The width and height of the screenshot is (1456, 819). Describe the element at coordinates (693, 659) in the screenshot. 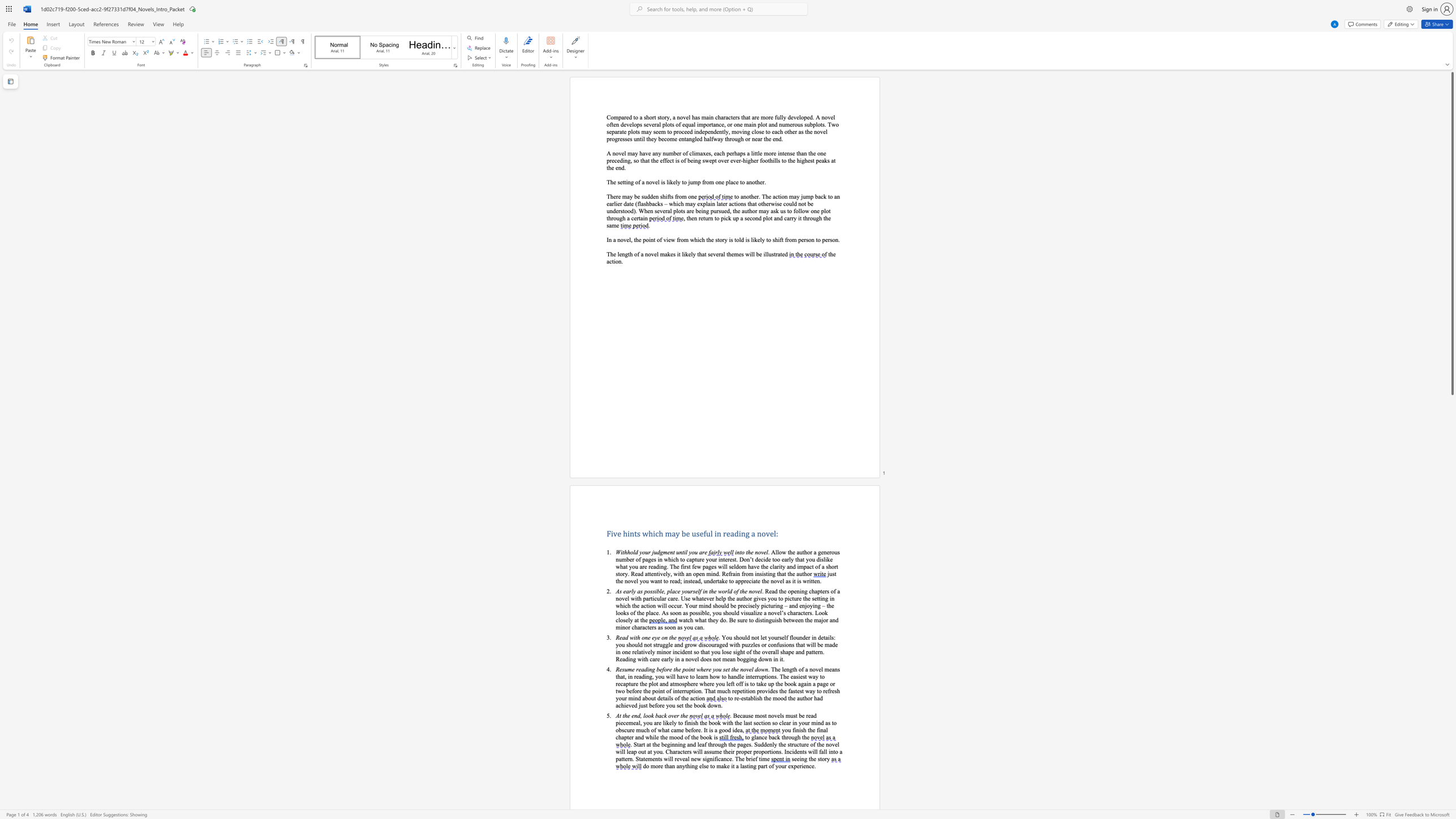

I see `the 2th character "v" in the text` at that location.